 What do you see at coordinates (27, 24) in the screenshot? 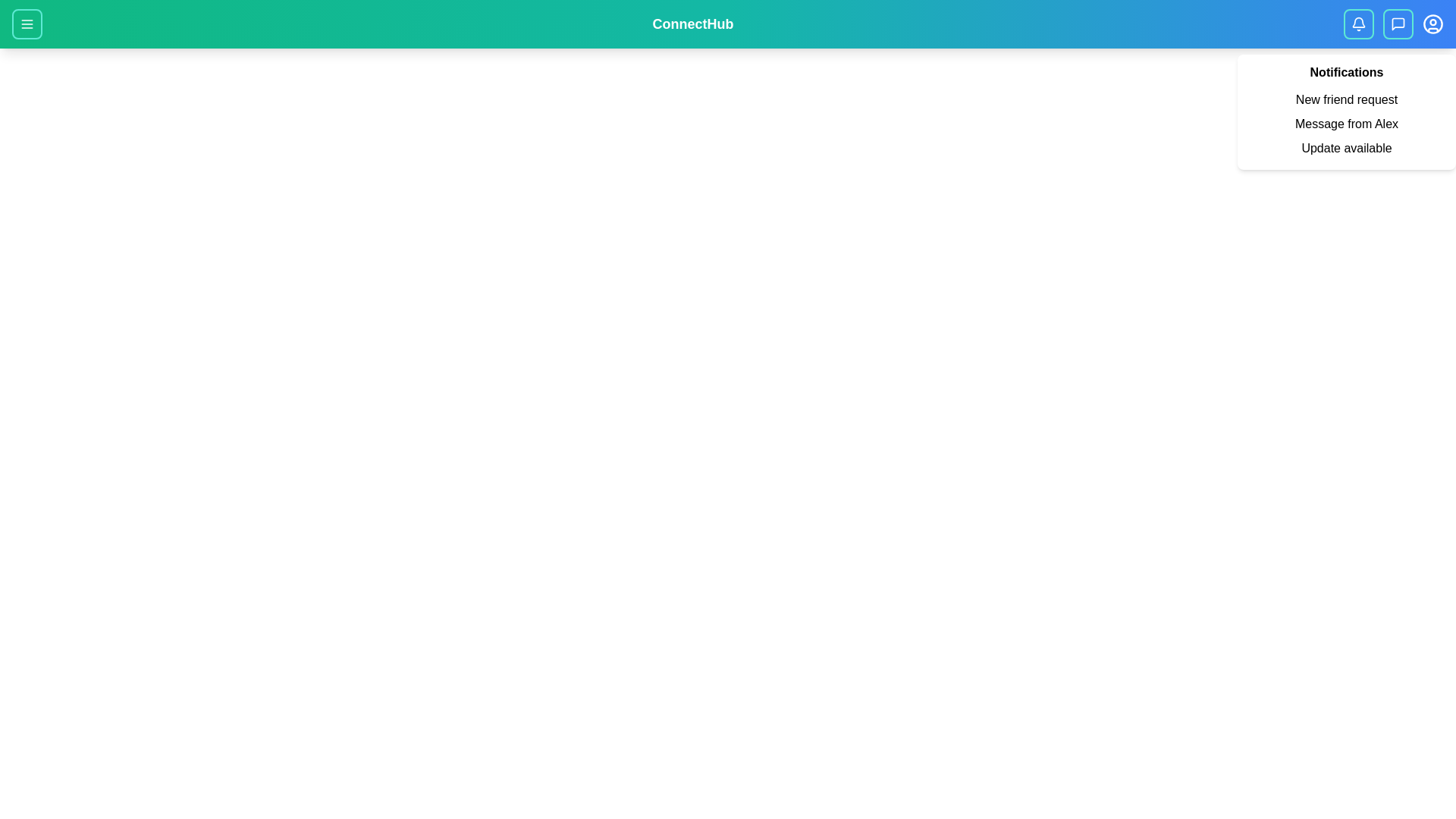
I see `the menu button to open the menu` at bounding box center [27, 24].